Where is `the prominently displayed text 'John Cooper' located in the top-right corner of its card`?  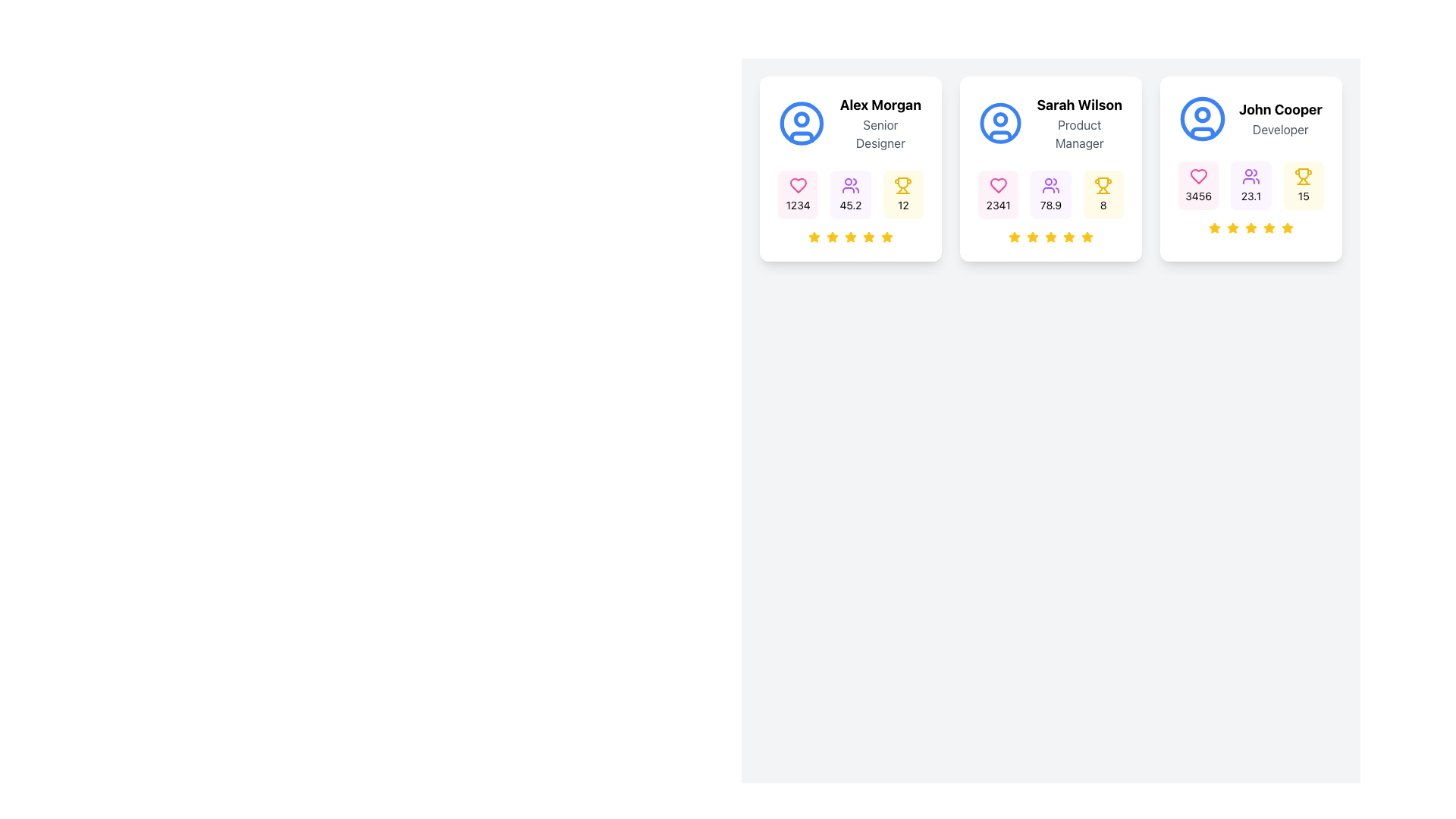
the prominently displayed text 'John Cooper' located in the top-right corner of its card is located at coordinates (1279, 109).